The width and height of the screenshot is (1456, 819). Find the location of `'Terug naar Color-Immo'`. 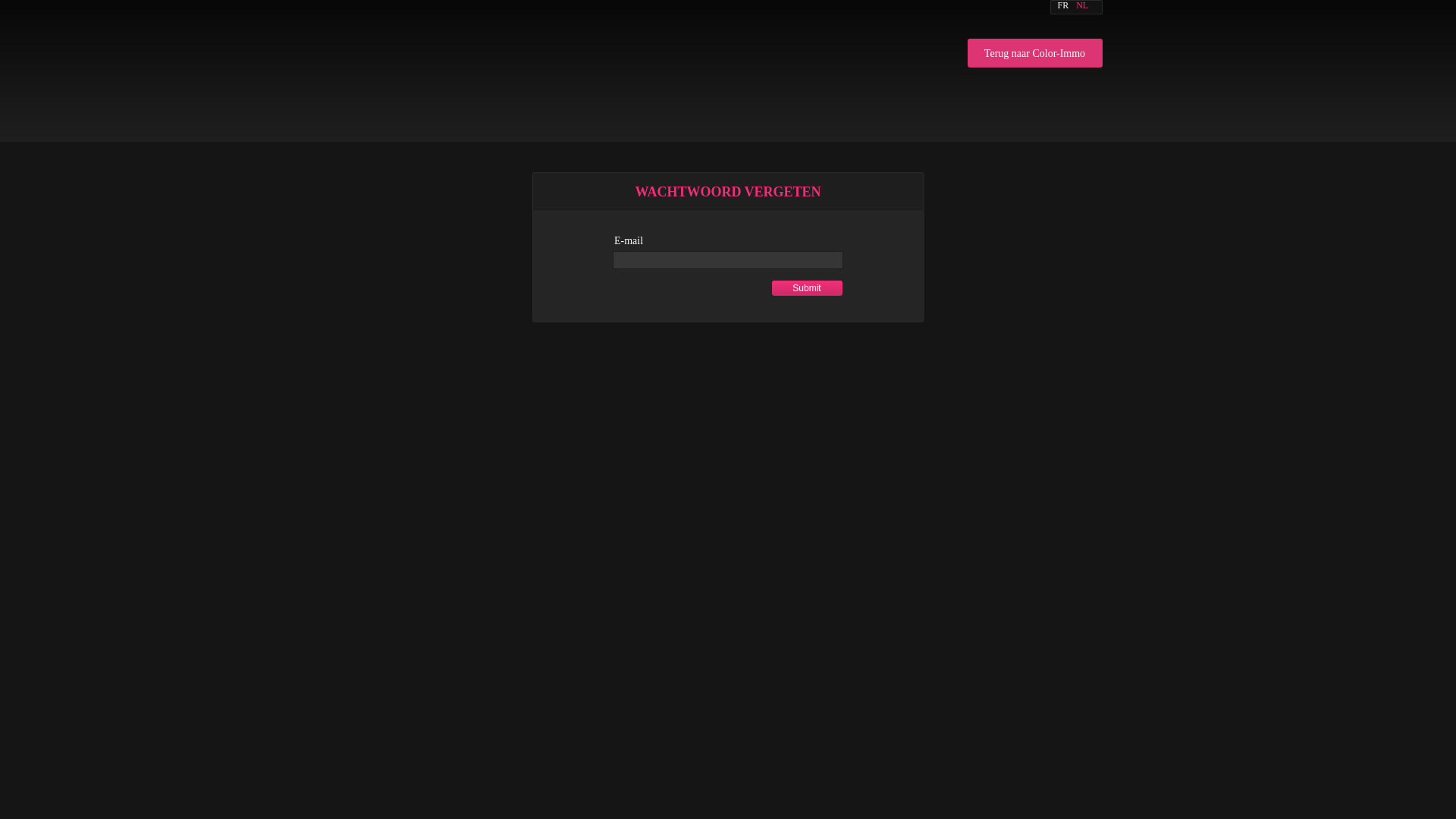

'Terug naar Color-Immo' is located at coordinates (1034, 52).